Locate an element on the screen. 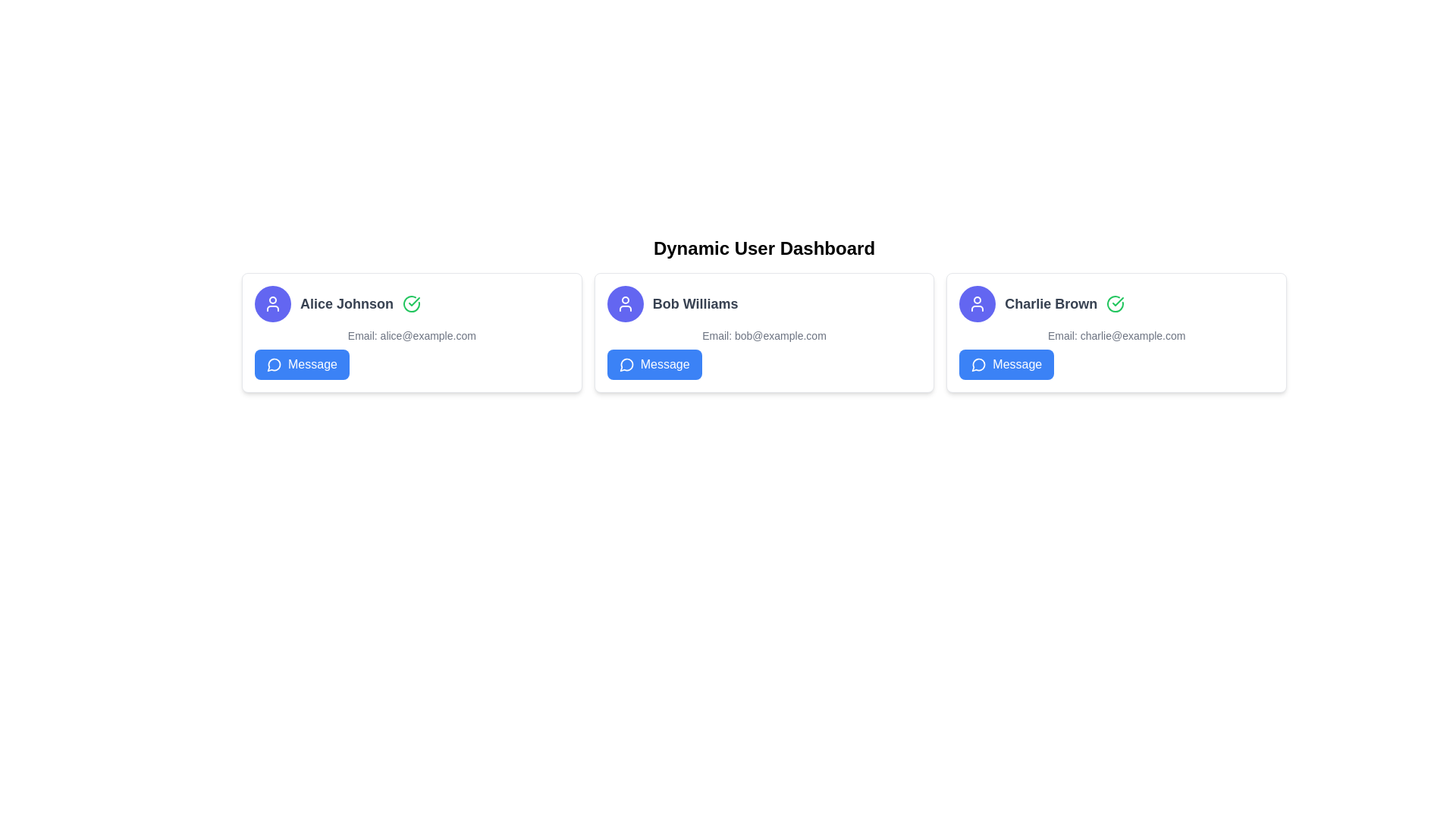 Image resolution: width=1456 pixels, height=819 pixels. the blue 'Message' button with white text and a chat bubble icon located in Charlie Brown's user card is located at coordinates (1006, 365).